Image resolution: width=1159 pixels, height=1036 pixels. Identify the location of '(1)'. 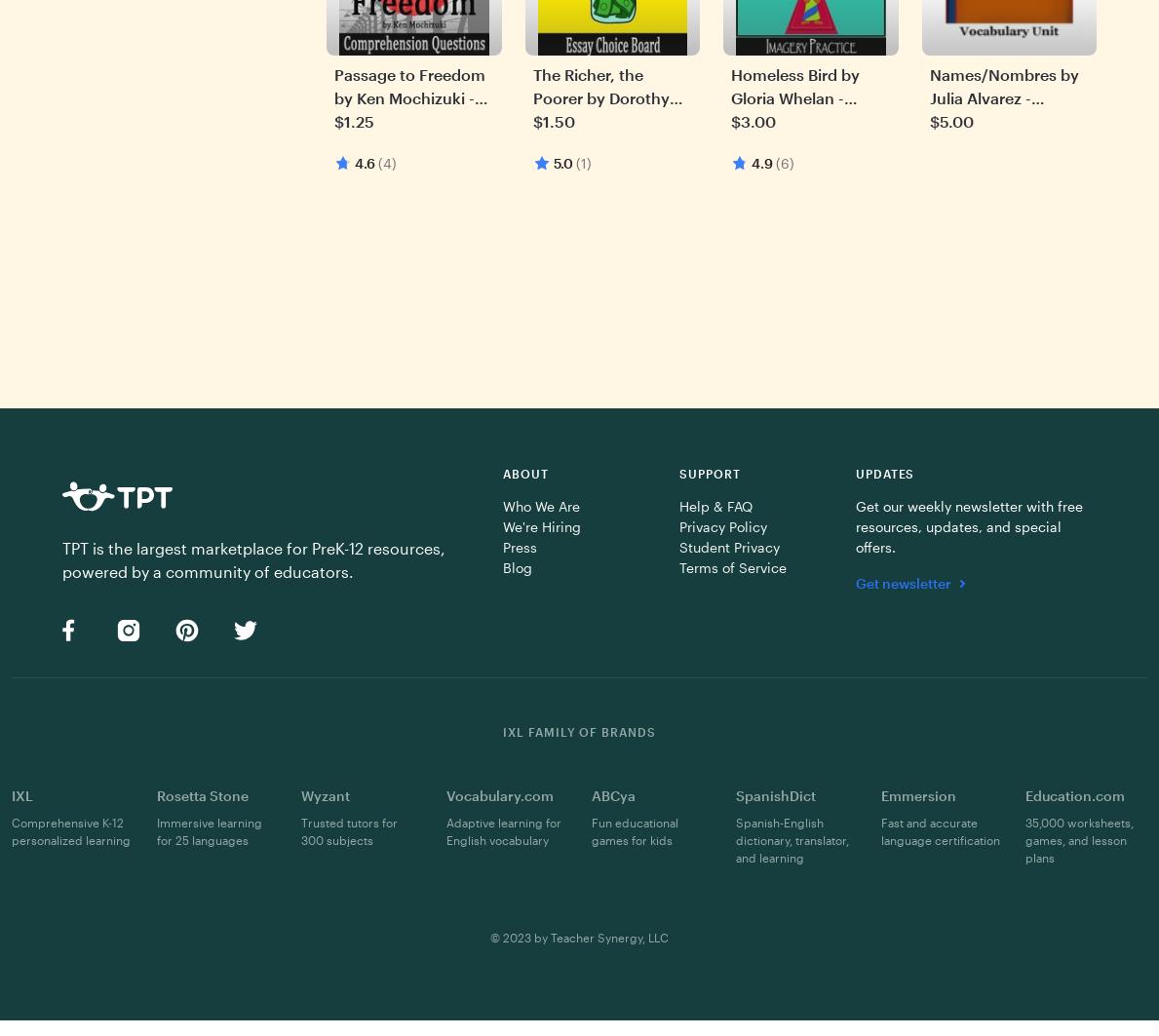
(582, 162).